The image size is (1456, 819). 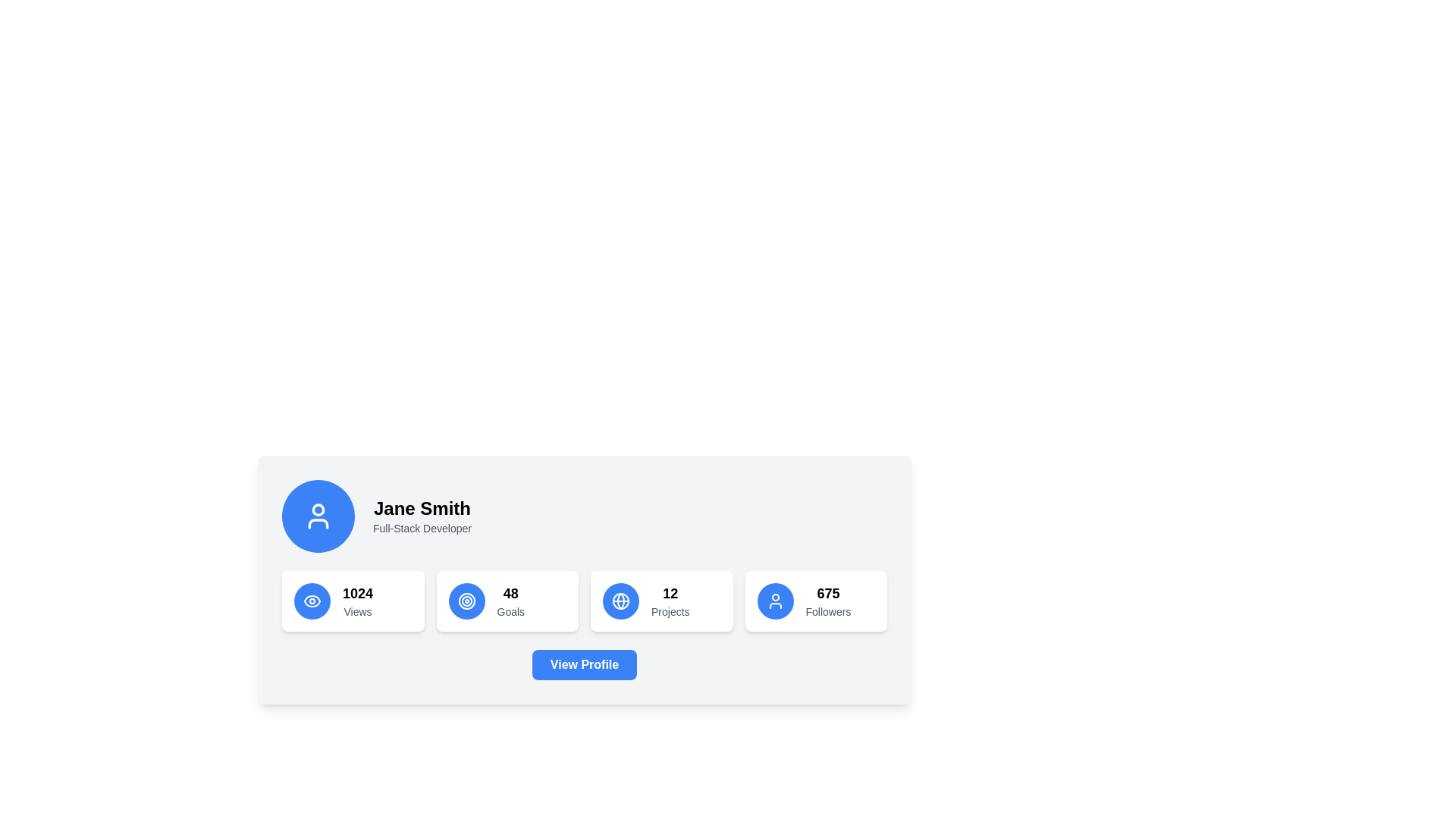 What do you see at coordinates (670, 610) in the screenshot?
I see `the 'Projects' text label, which is styled with a small font size and gray color, located beneath the numerical value '12' in the main content area` at bounding box center [670, 610].